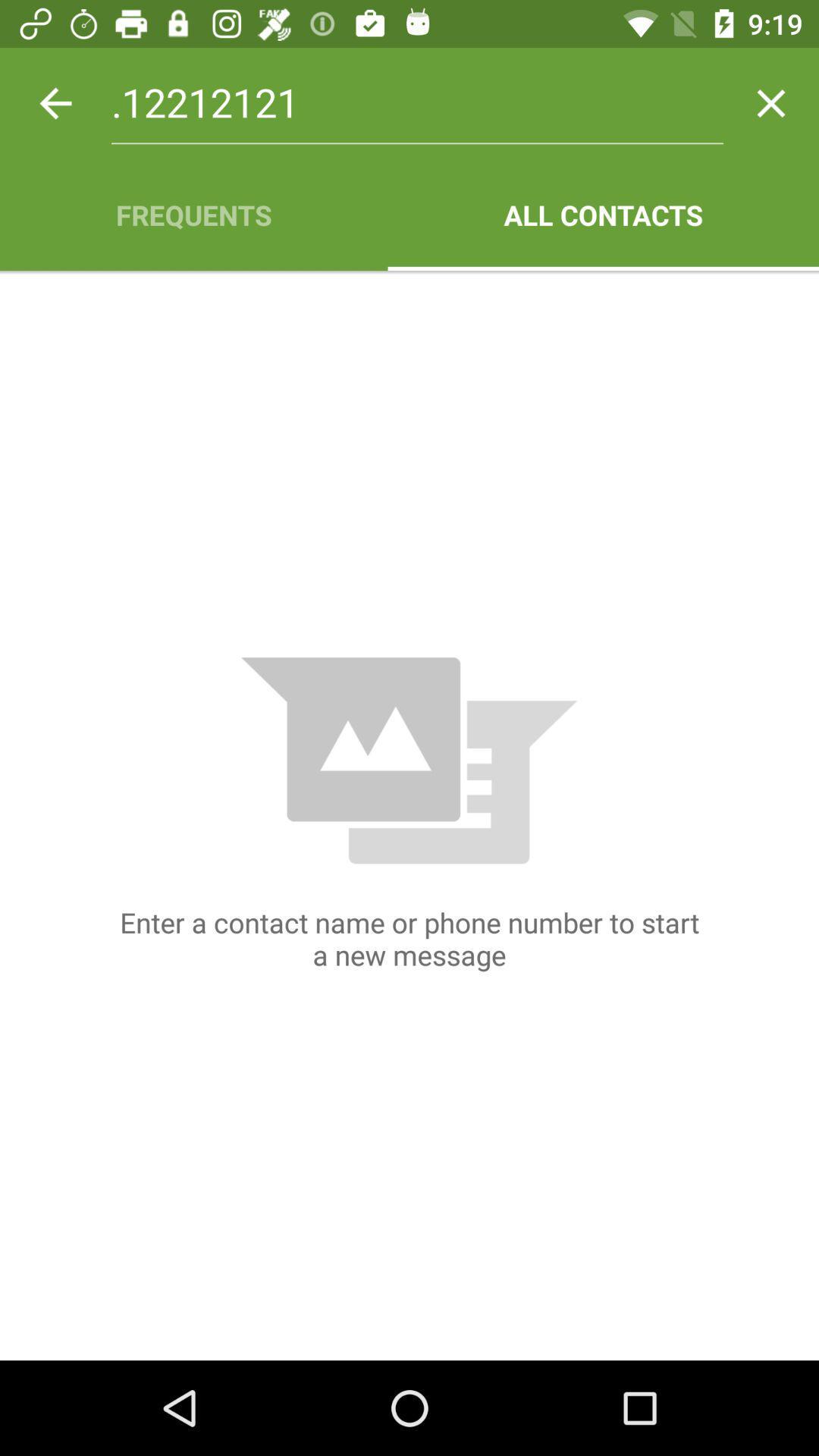 The image size is (819, 1456). I want to click on the icon to the right of .12212121, so click(771, 102).